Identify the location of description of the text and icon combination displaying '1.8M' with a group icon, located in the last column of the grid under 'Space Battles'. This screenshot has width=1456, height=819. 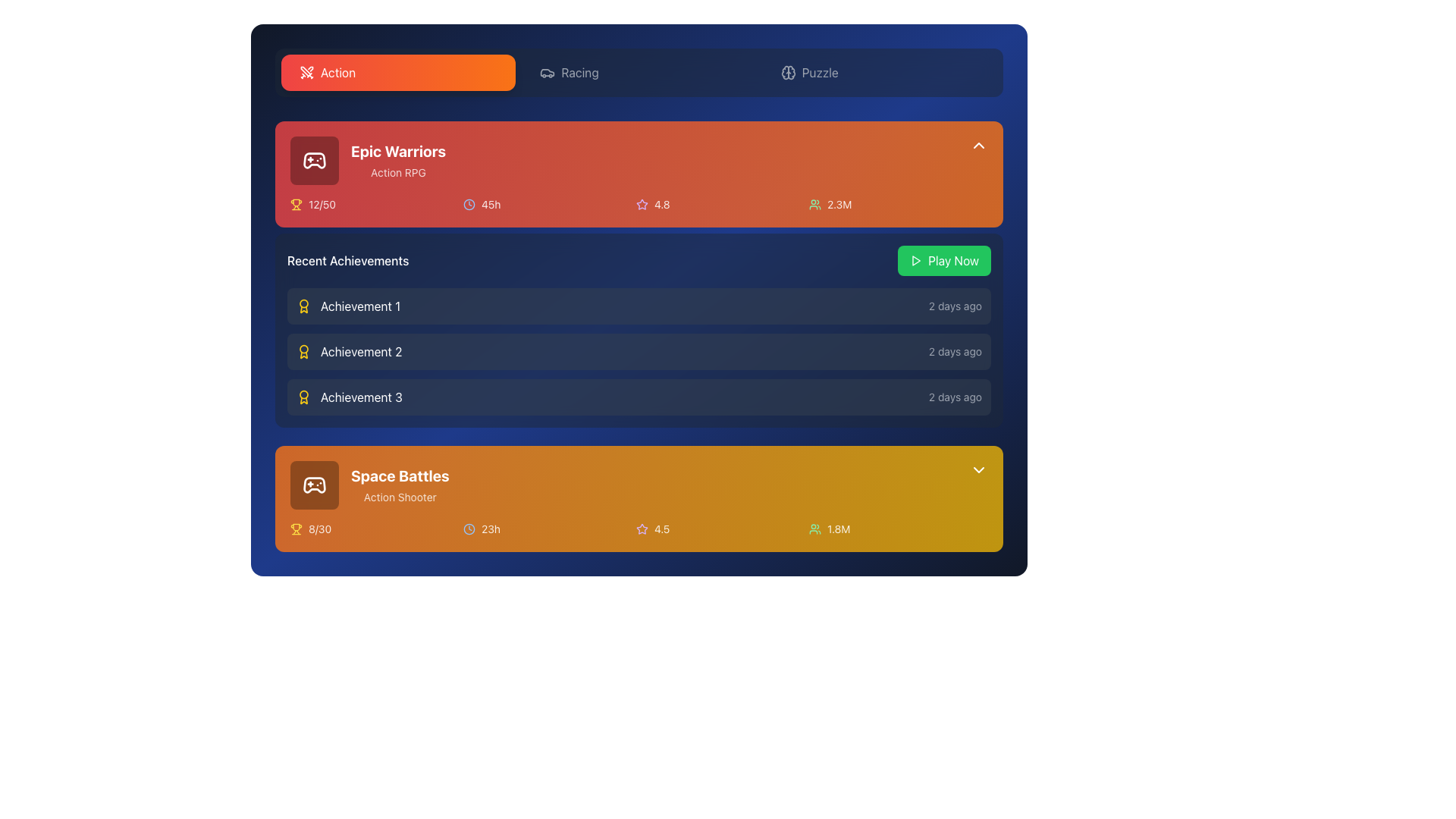
(889, 529).